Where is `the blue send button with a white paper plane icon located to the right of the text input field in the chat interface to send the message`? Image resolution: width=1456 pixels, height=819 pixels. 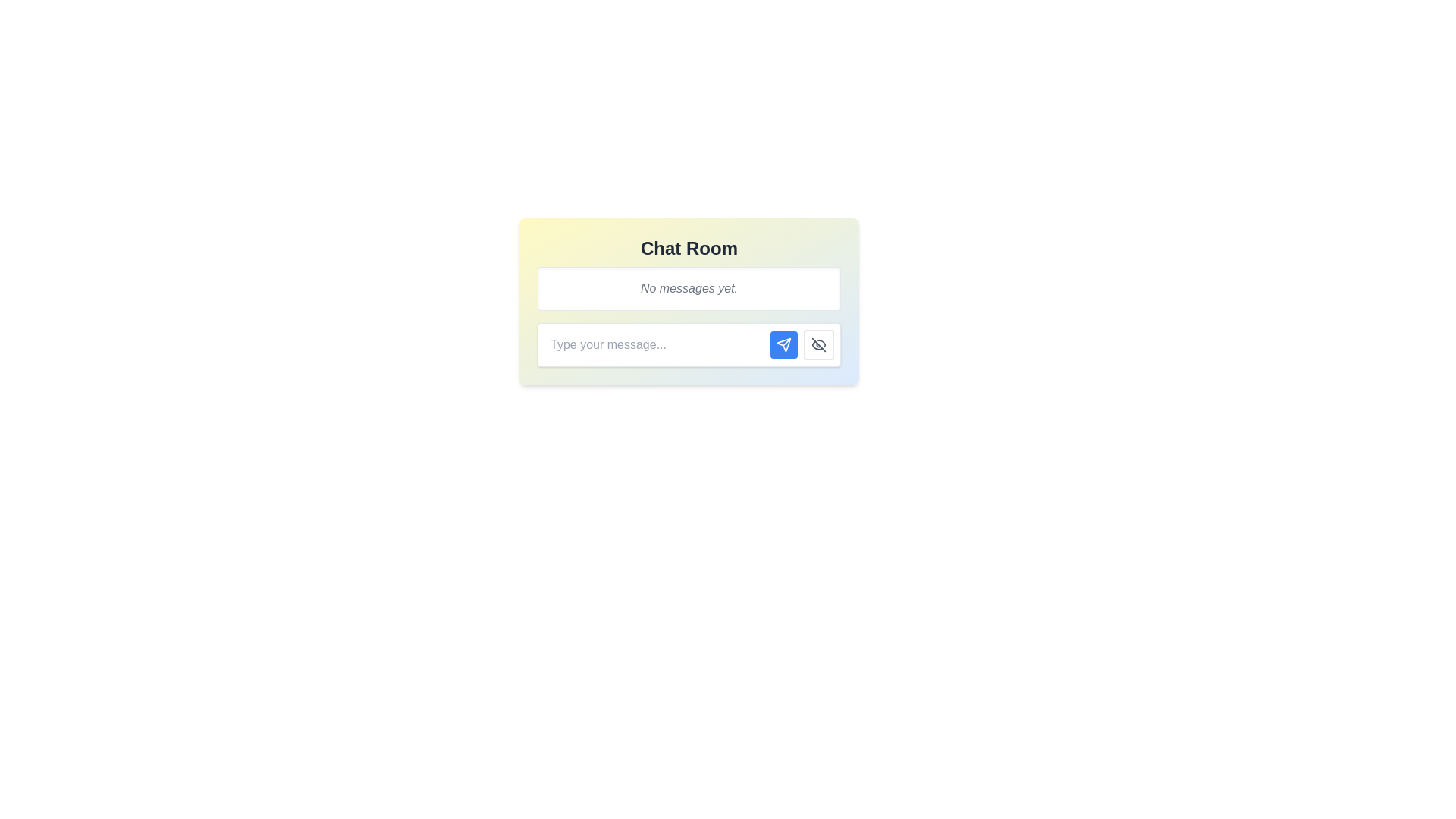
the blue send button with a white paper plane icon located to the right of the text input field in the chat interface to send the message is located at coordinates (783, 345).